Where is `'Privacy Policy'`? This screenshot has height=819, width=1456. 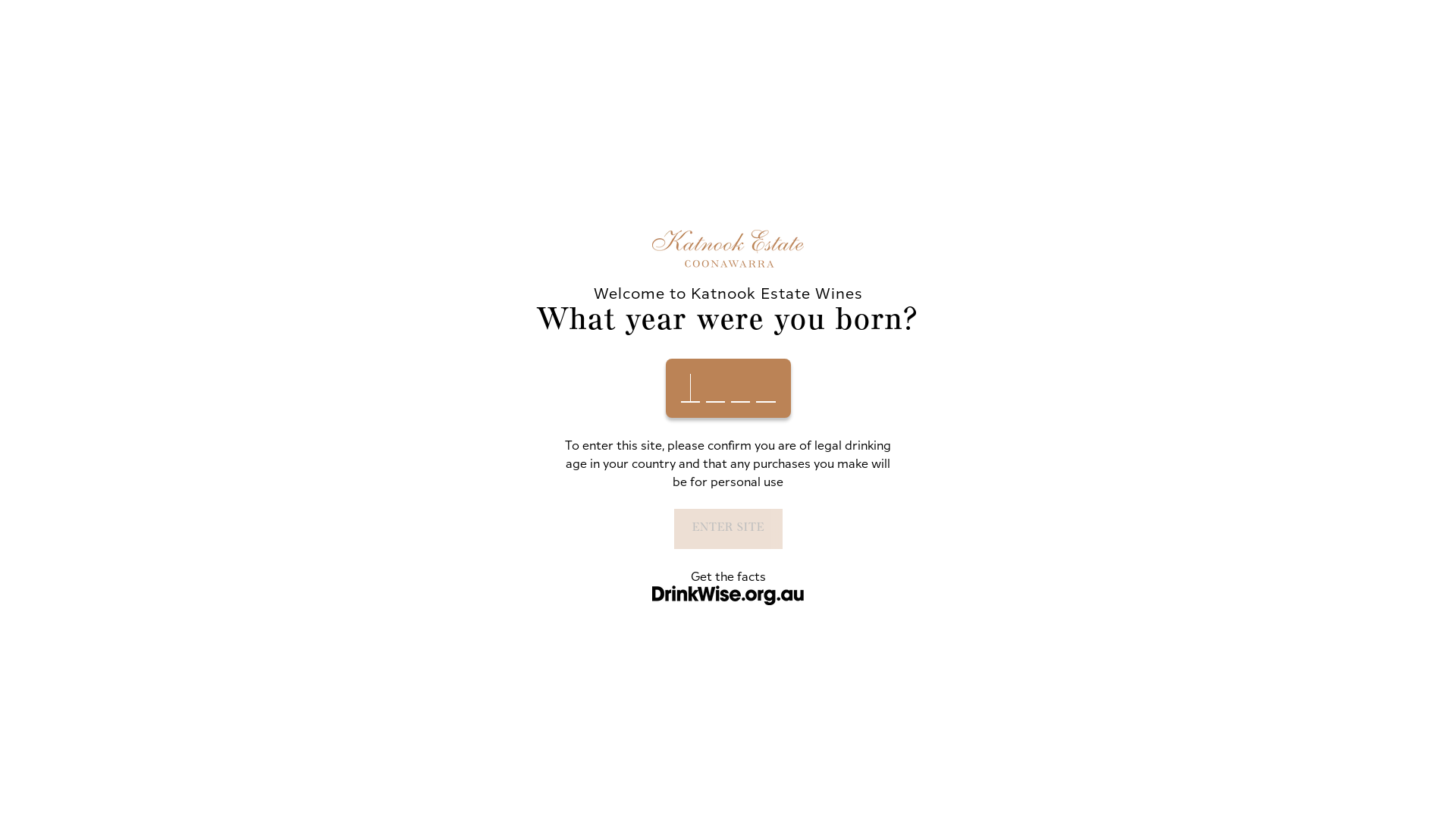
'Privacy Policy' is located at coordinates (412, 701).